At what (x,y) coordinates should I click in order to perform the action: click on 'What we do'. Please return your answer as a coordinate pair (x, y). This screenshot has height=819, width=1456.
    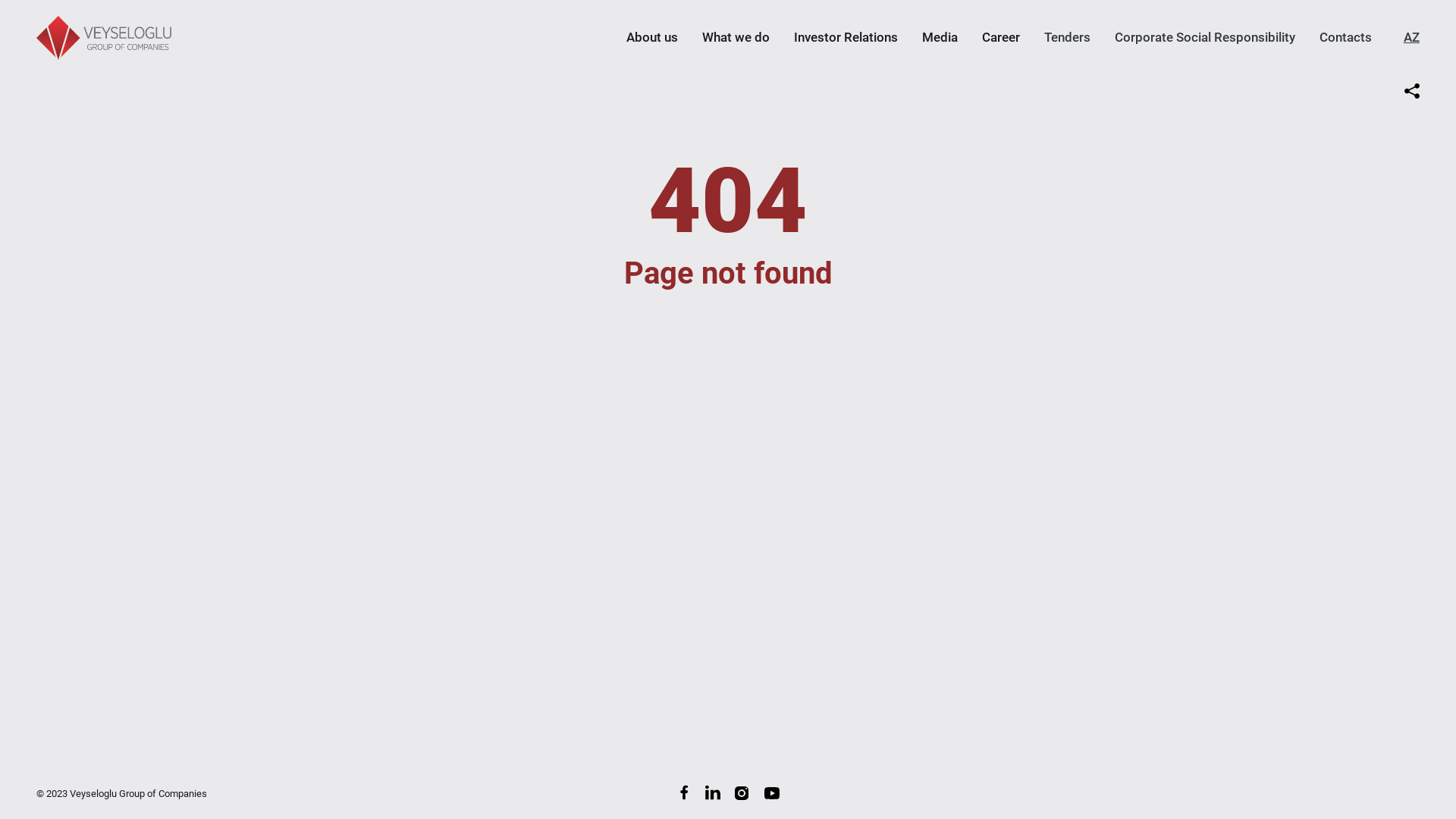
    Looking at the image, I should click on (736, 36).